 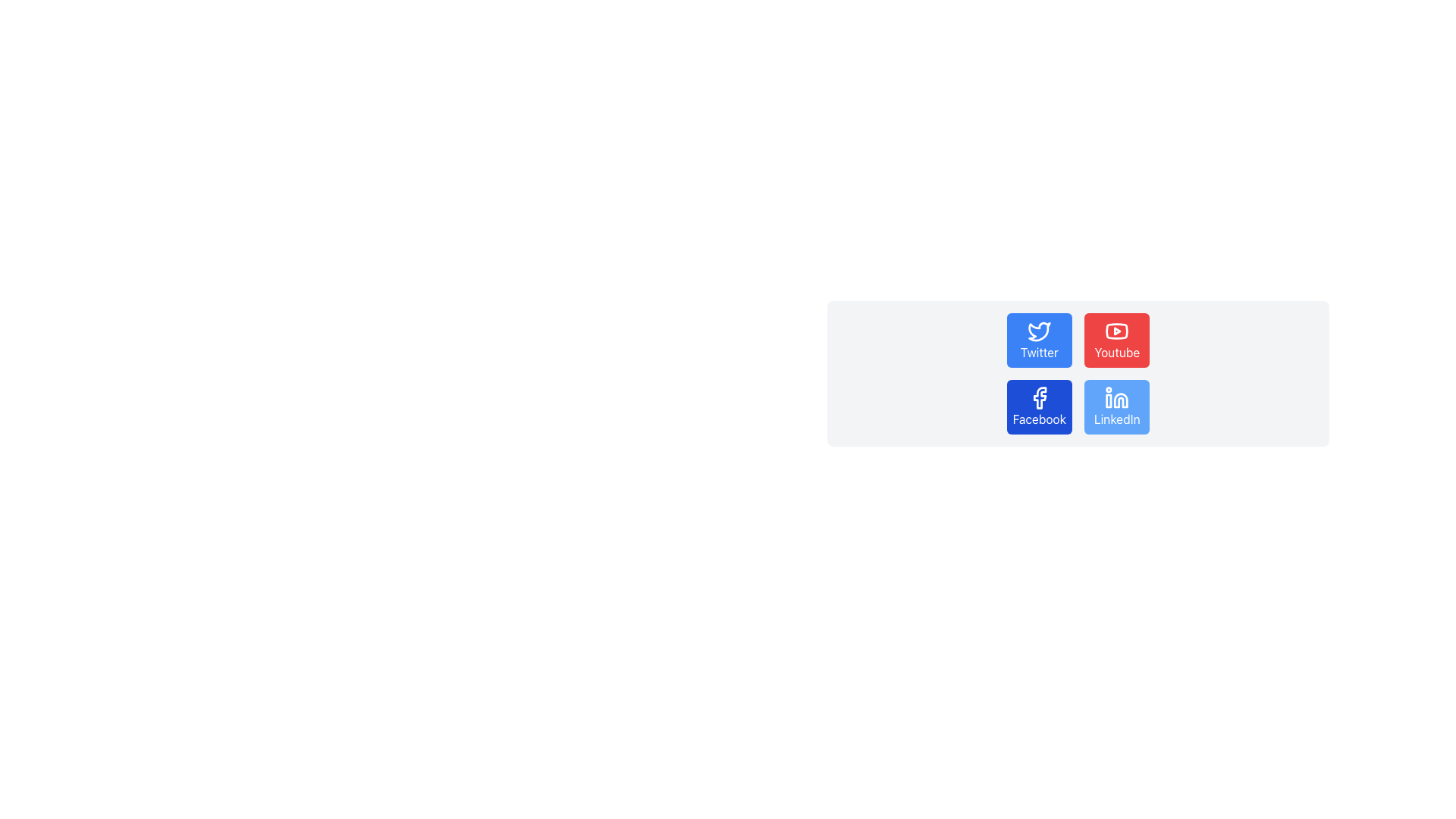 What do you see at coordinates (1117, 339) in the screenshot?
I see `the 'Youtube' button with a red background and white text and icon to trigger the hover effect` at bounding box center [1117, 339].